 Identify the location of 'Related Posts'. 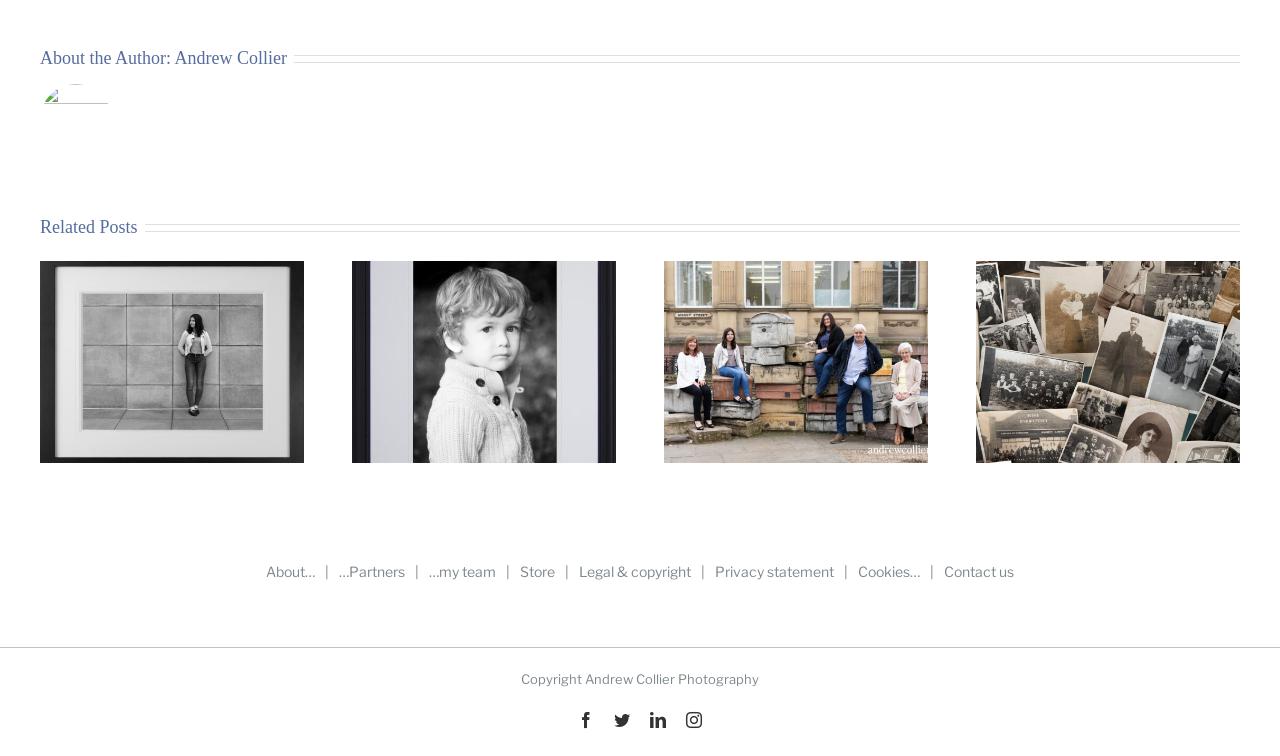
(87, 227).